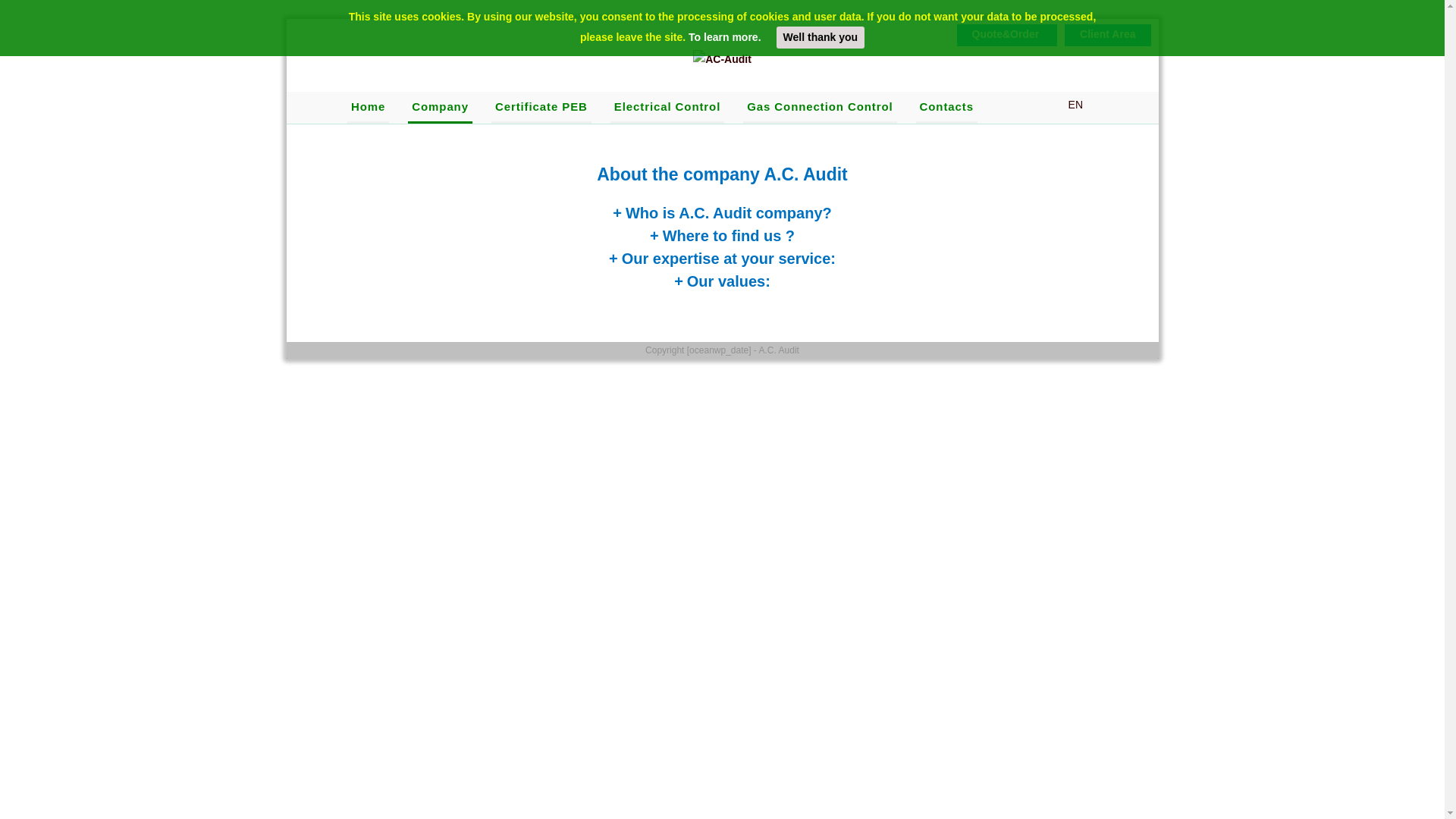  I want to click on 'To learn more.', so click(687, 36).